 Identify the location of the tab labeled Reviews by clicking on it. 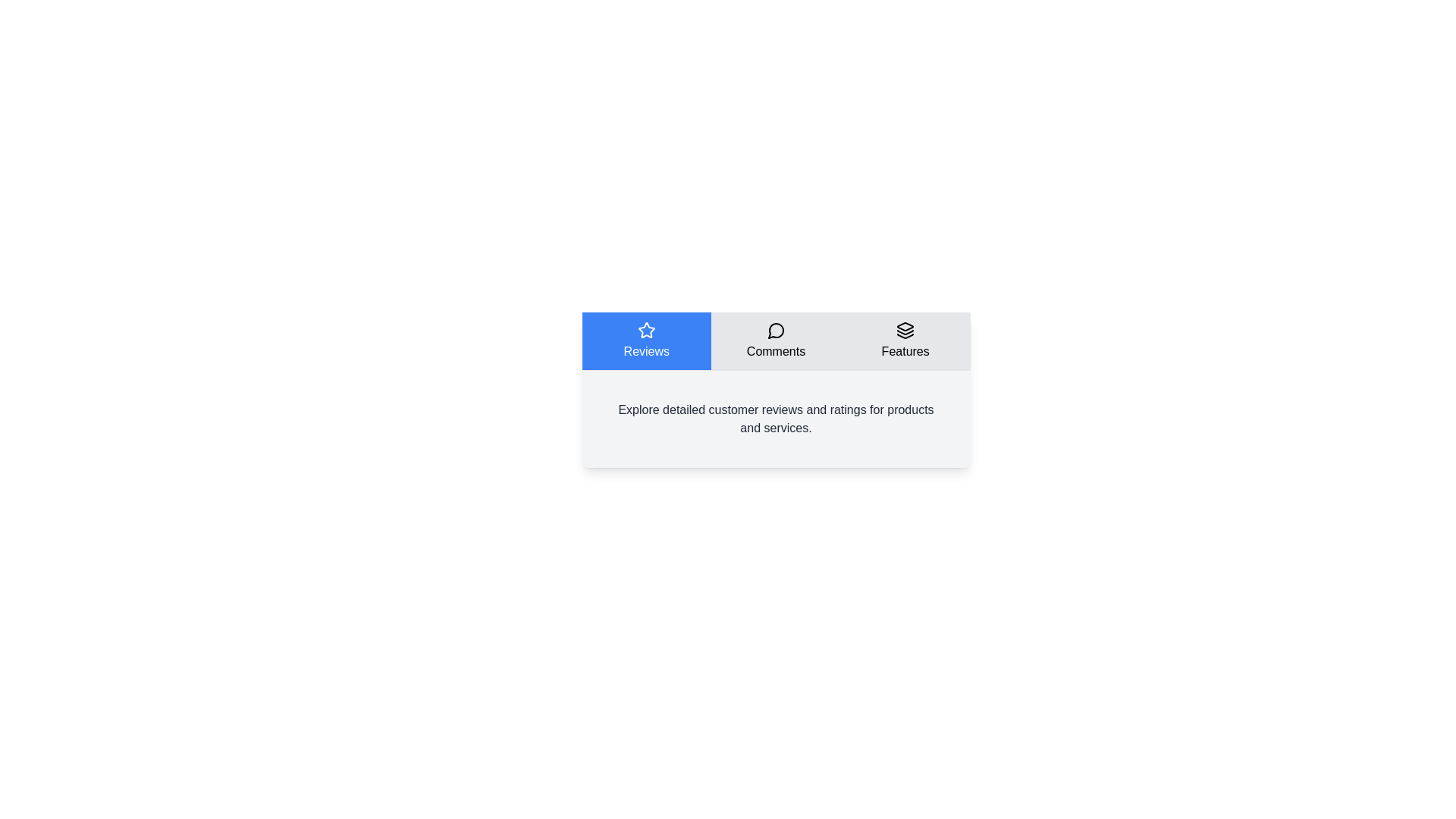
(646, 341).